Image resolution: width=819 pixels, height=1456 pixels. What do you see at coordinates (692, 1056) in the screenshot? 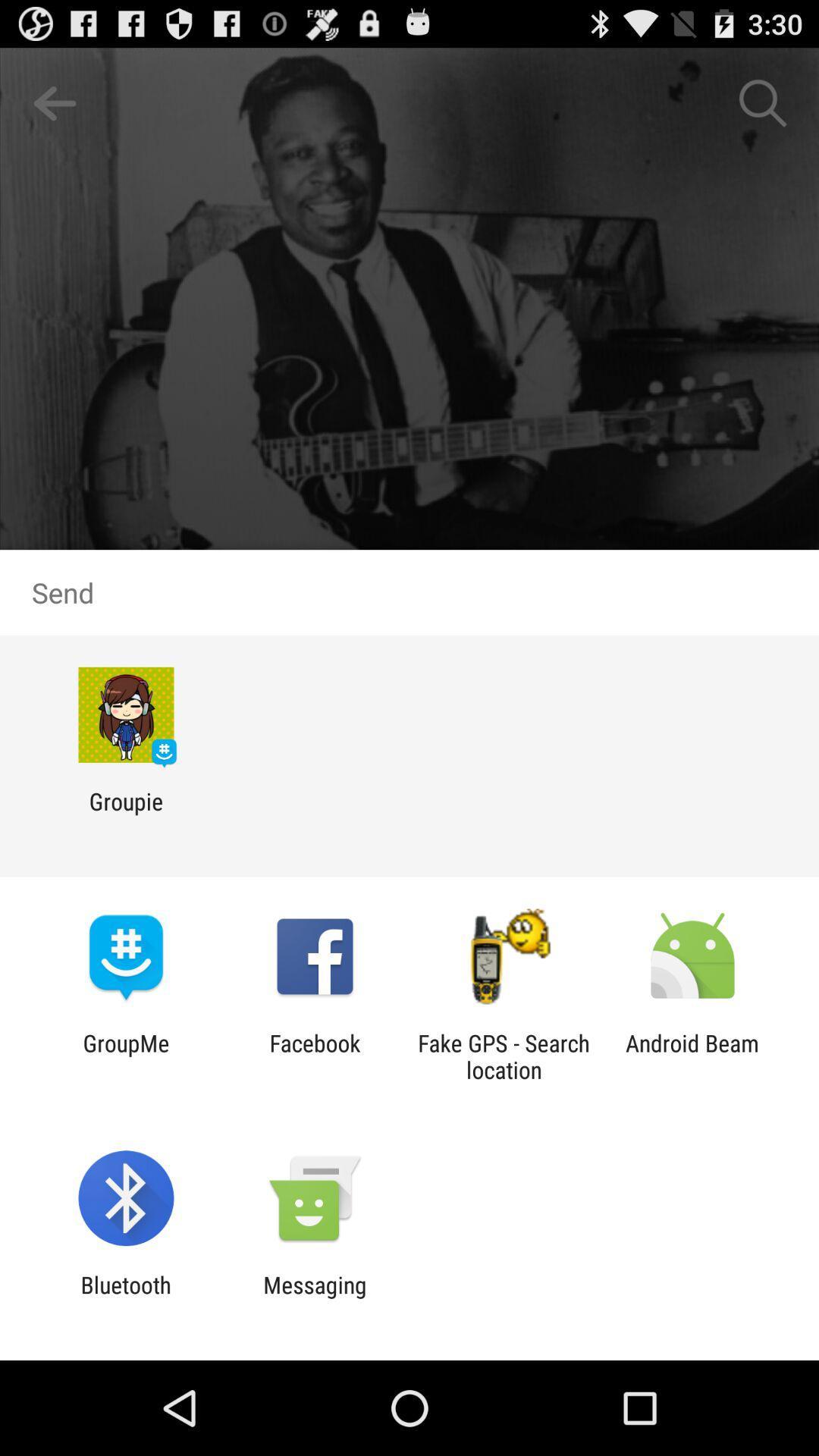
I see `the android beam app` at bounding box center [692, 1056].